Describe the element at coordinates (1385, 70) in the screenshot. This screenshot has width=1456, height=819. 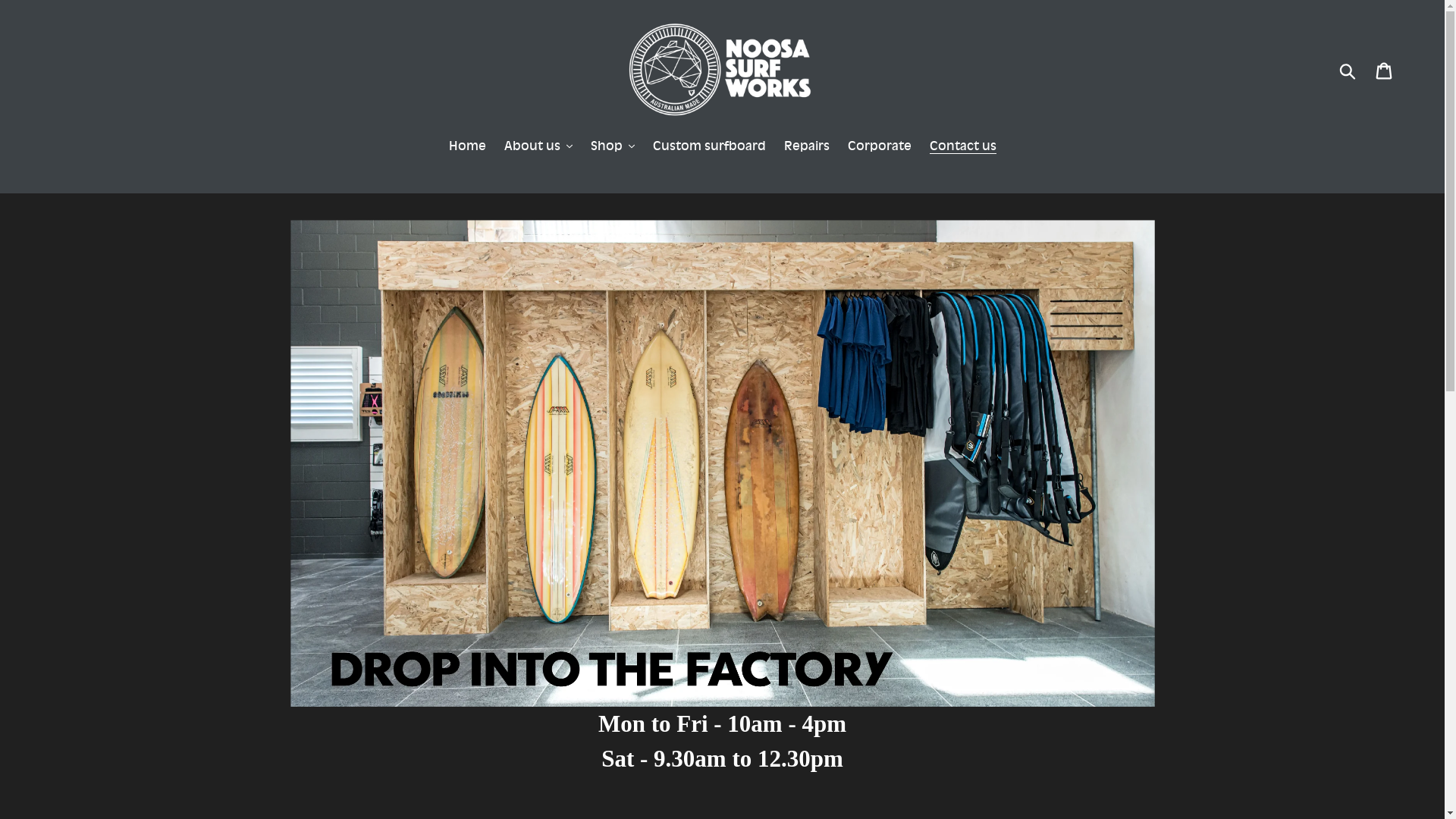
I see `'Cart'` at that location.